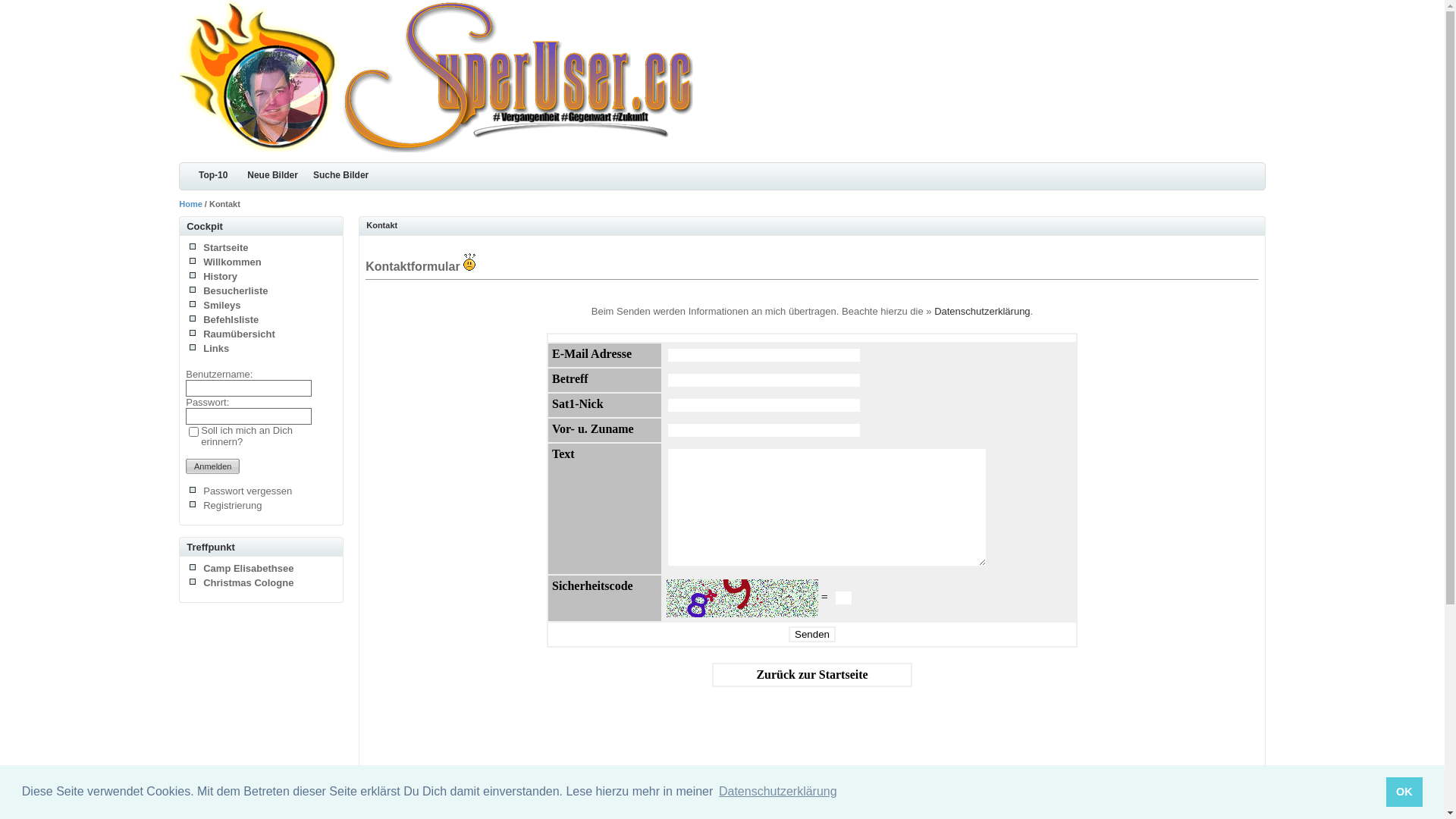 The image size is (1456, 819). I want to click on 'OK', so click(1404, 791).